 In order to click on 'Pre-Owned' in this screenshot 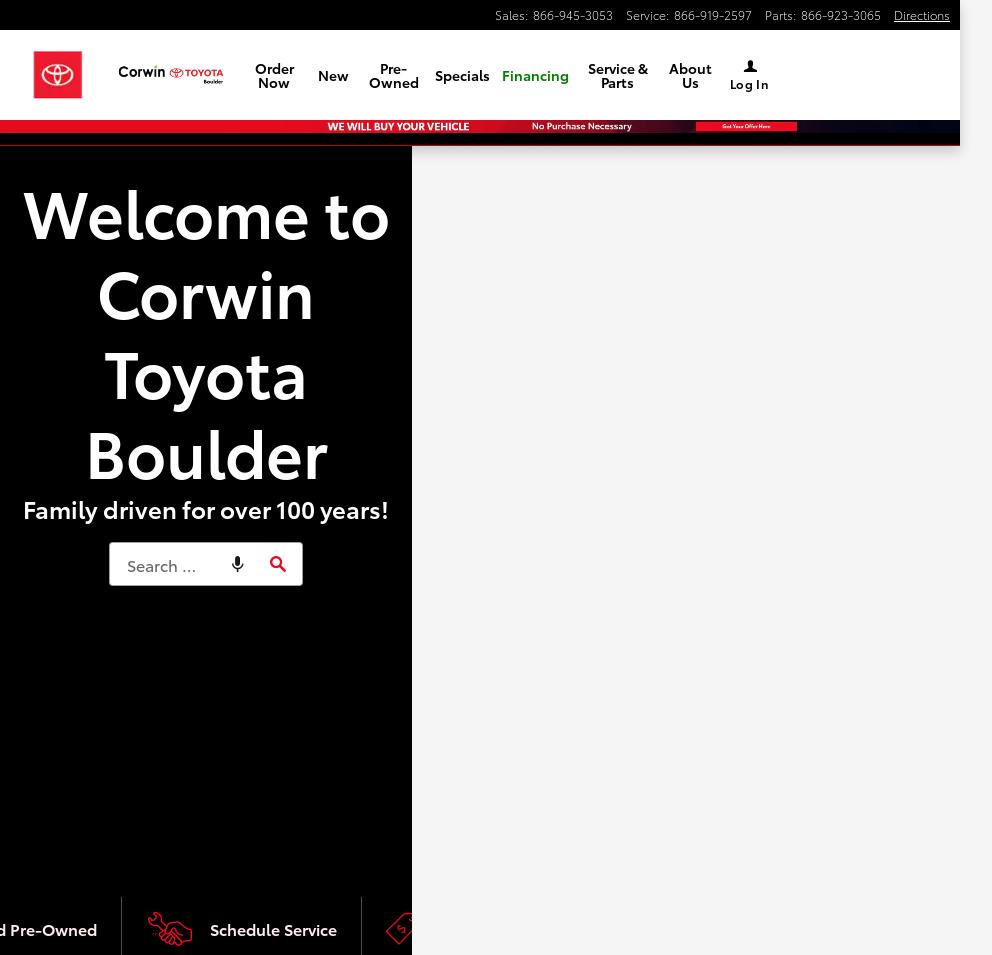, I will do `click(393, 73)`.